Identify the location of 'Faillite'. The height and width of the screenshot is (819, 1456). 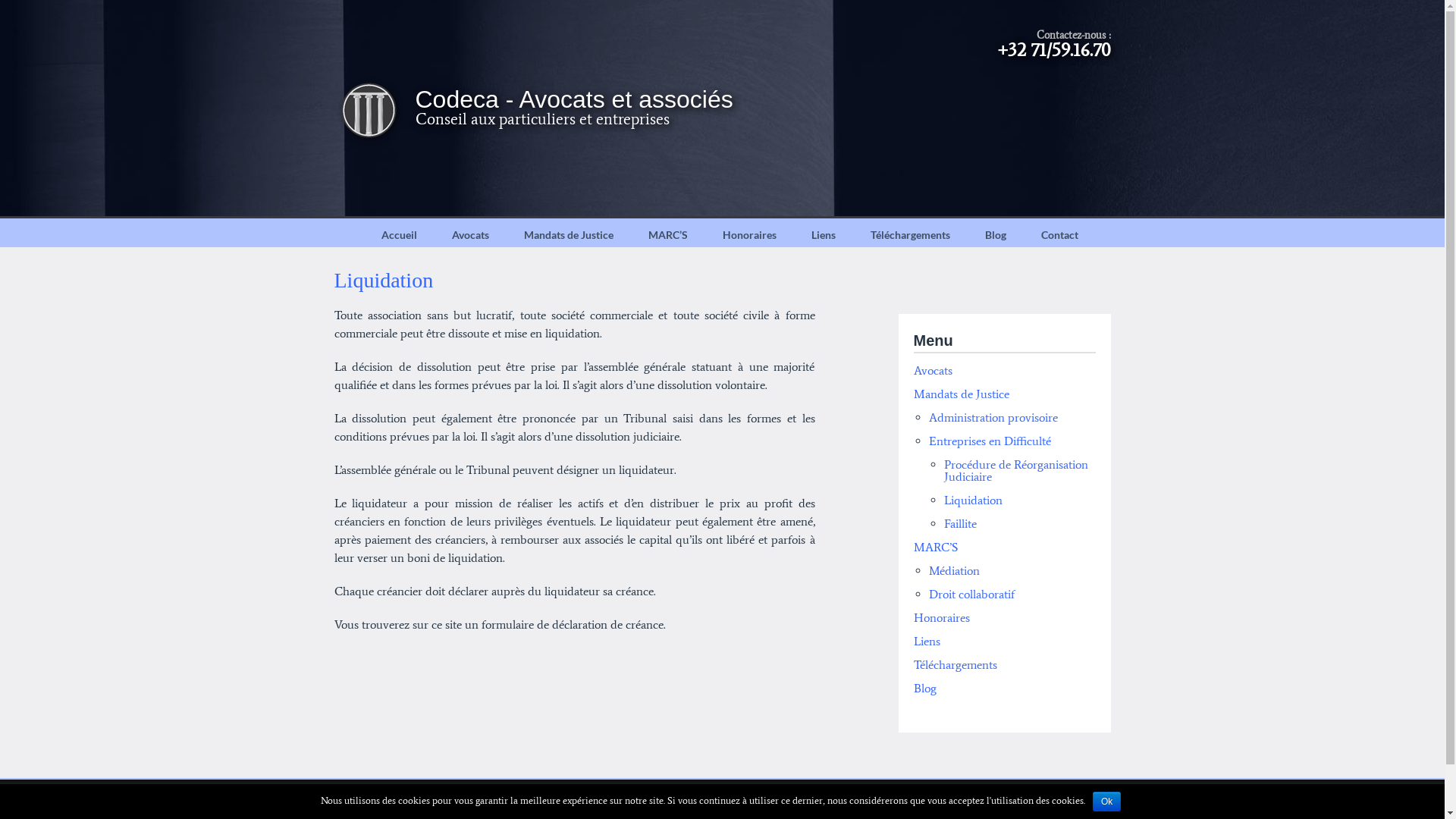
(959, 522).